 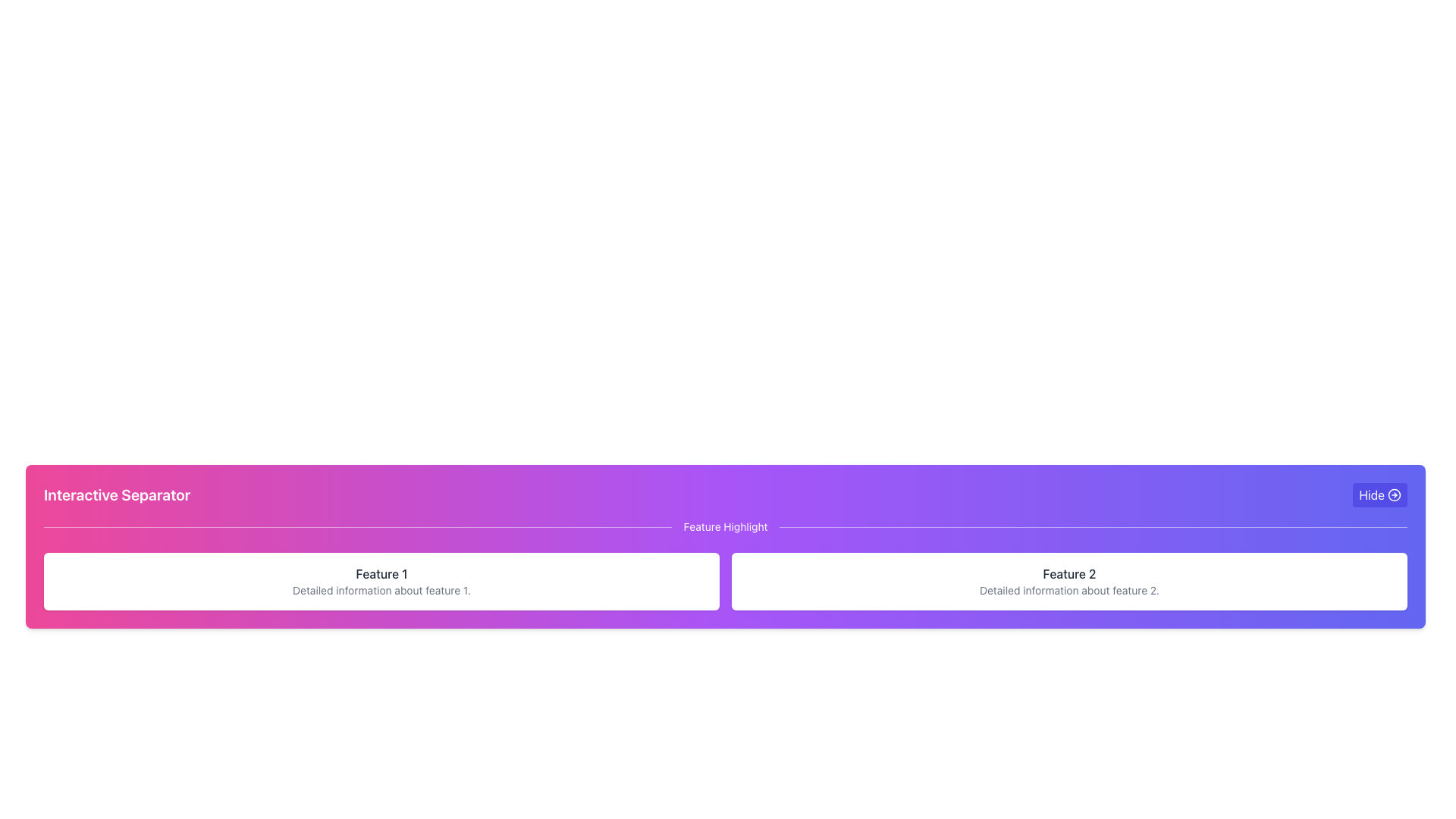 What do you see at coordinates (1394, 494) in the screenshot?
I see `the circular element of the right-facing arrow icon located at the far right of the purple header bar labeled 'Interactive Separator'` at bounding box center [1394, 494].